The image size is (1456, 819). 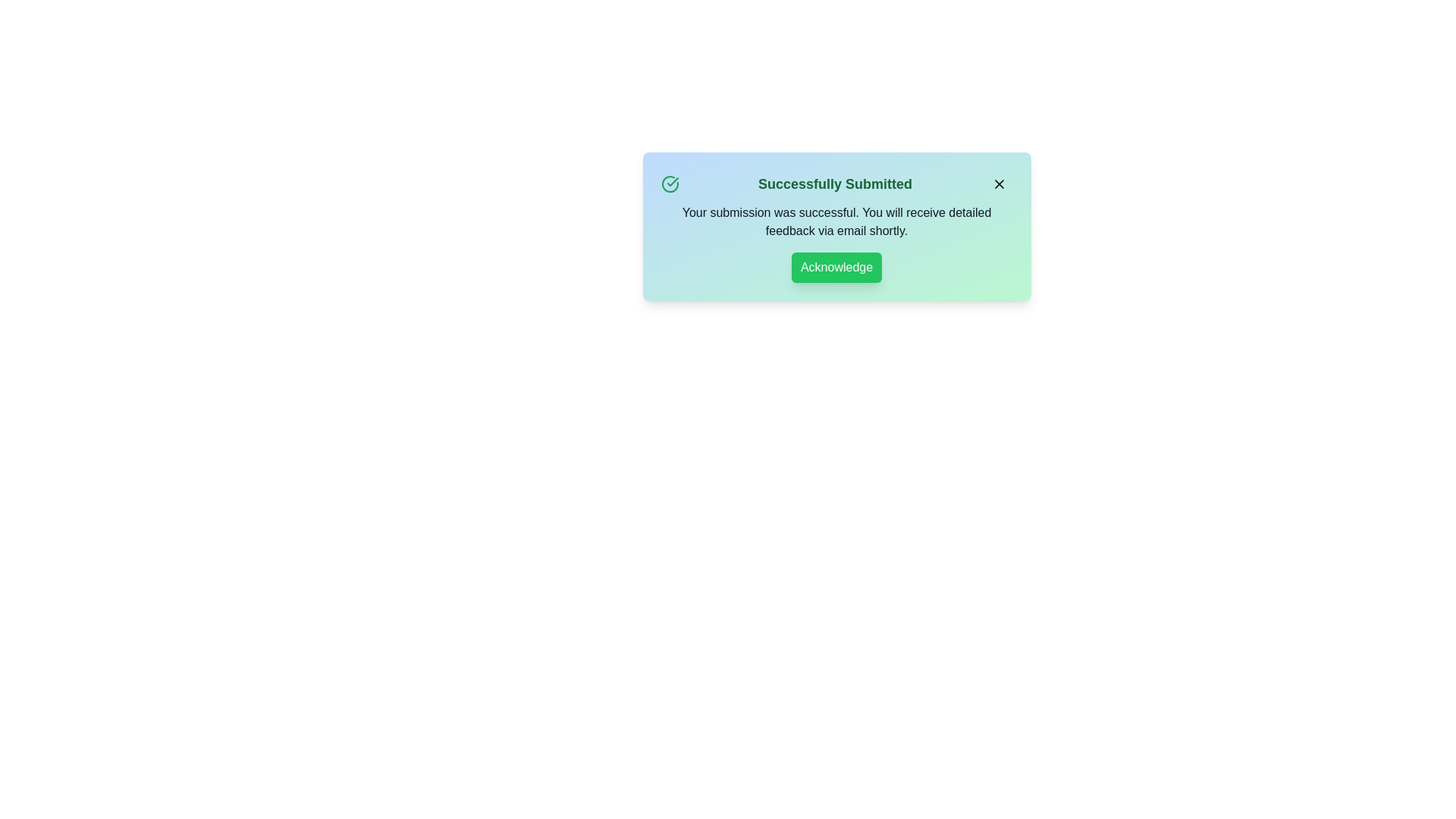 What do you see at coordinates (999, 184) in the screenshot?
I see `the close button to dismiss the notification` at bounding box center [999, 184].